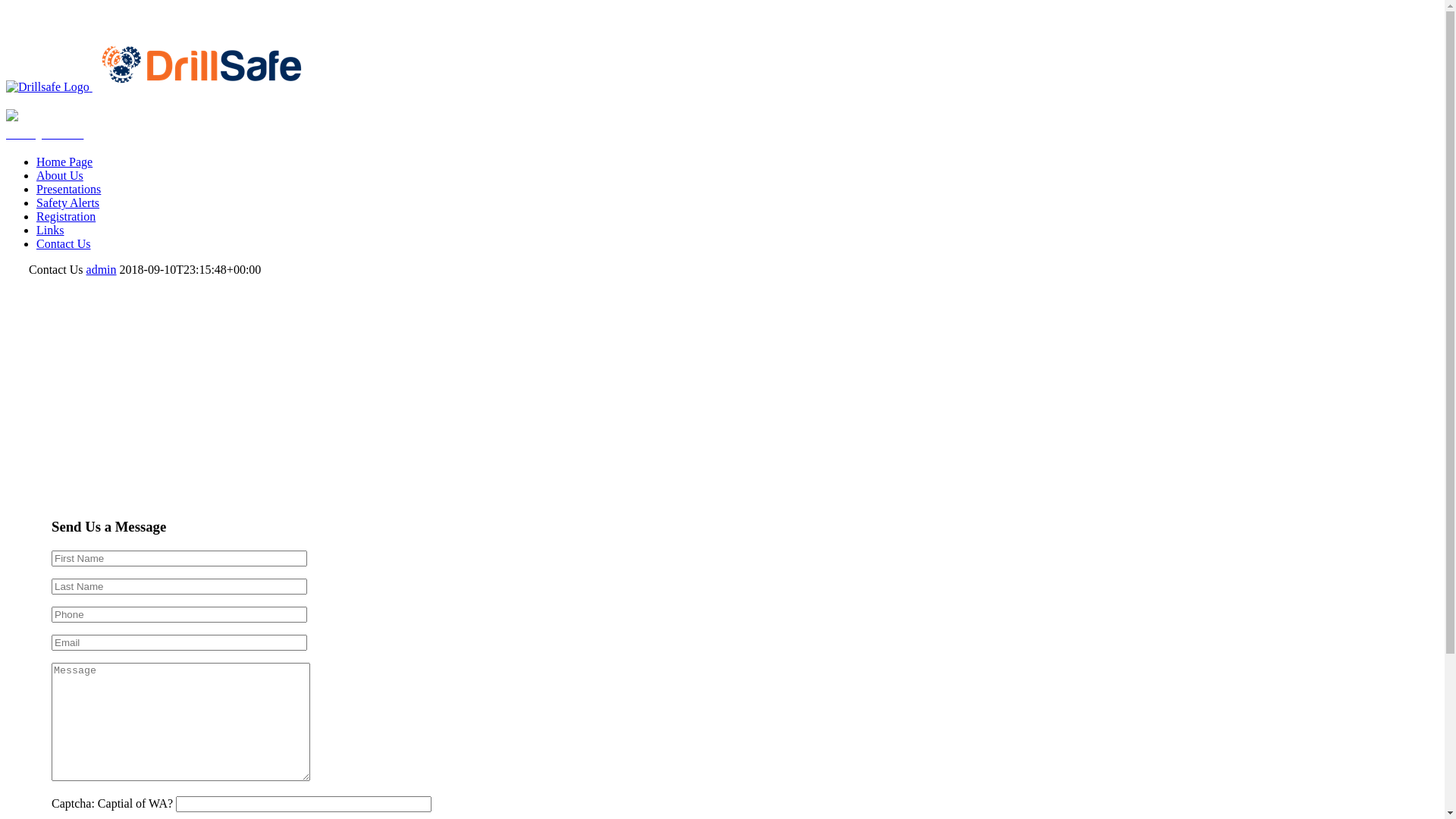  What do you see at coordinates (36, 188) in the screenshot?
I see `'Presentations'` at bounding box center [36, 188].